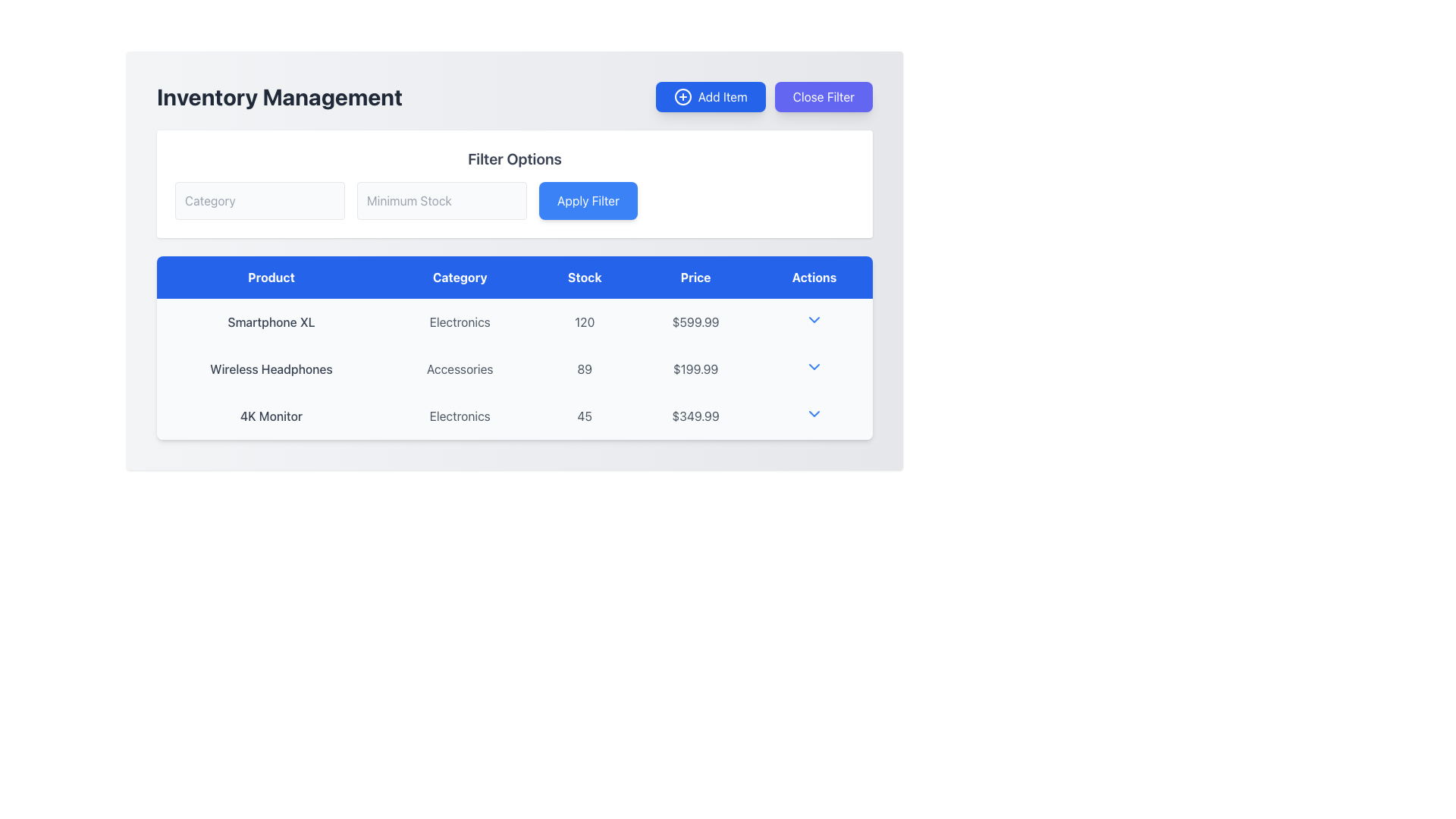  I want to click on the 'Add Item' button, which is part of a button group located on the right side of the header area, to initiate the addition of an item, so click(764, 96).